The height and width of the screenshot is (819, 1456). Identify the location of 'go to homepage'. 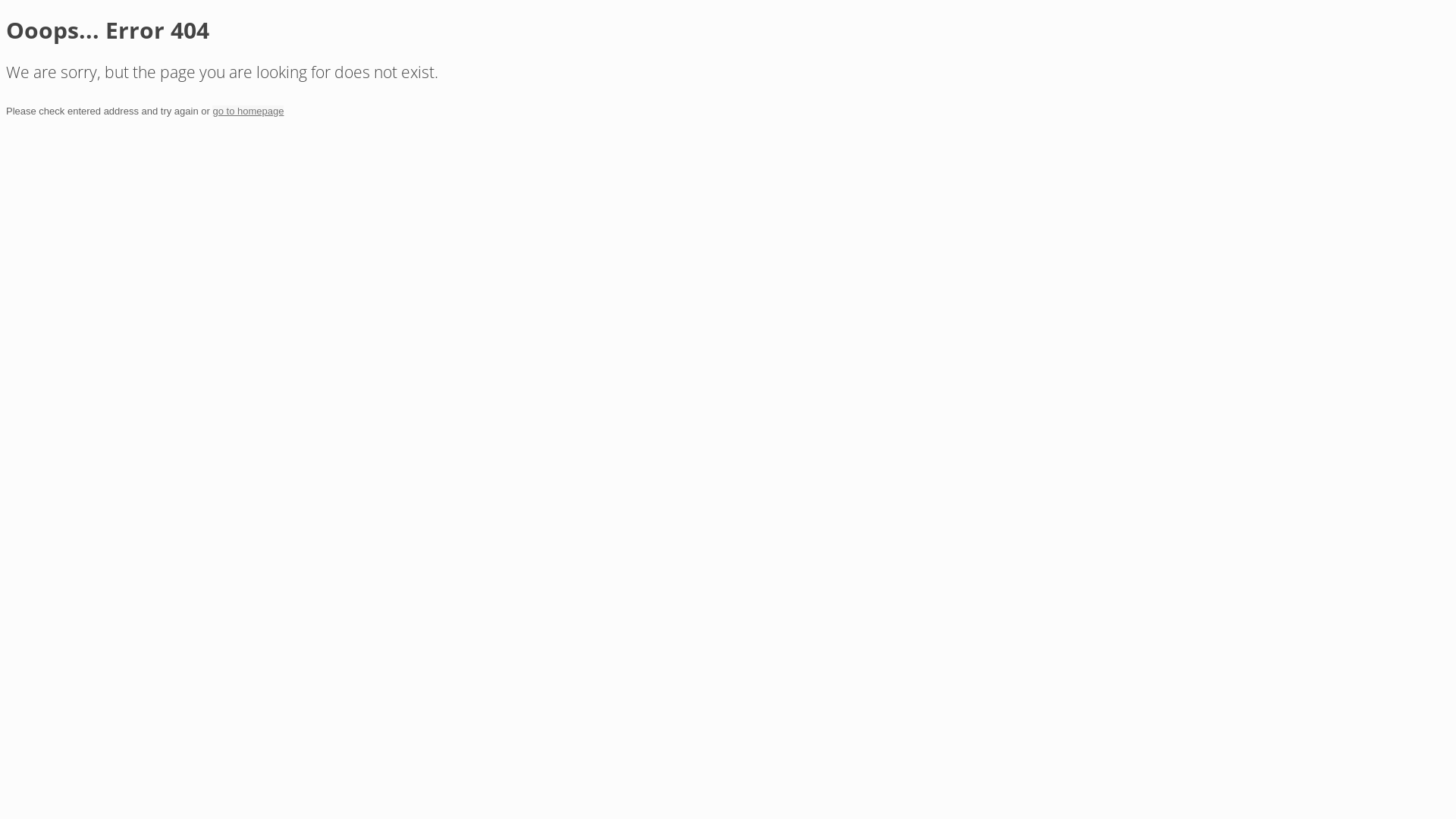
(247, 110).